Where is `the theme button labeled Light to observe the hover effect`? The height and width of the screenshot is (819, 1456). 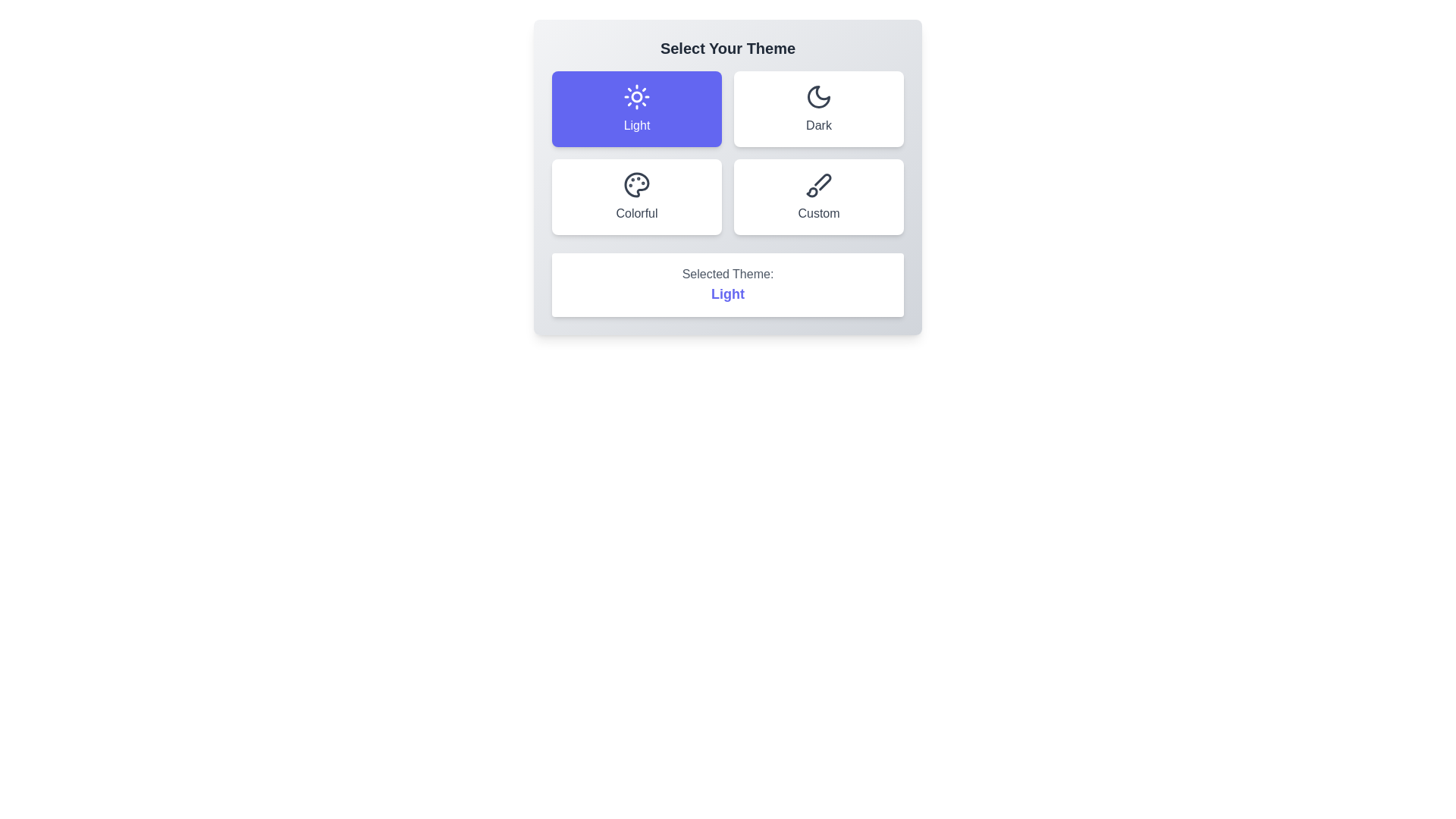 the theme button labeled Light to observe the hover effect is located at coordinates (637, 108).